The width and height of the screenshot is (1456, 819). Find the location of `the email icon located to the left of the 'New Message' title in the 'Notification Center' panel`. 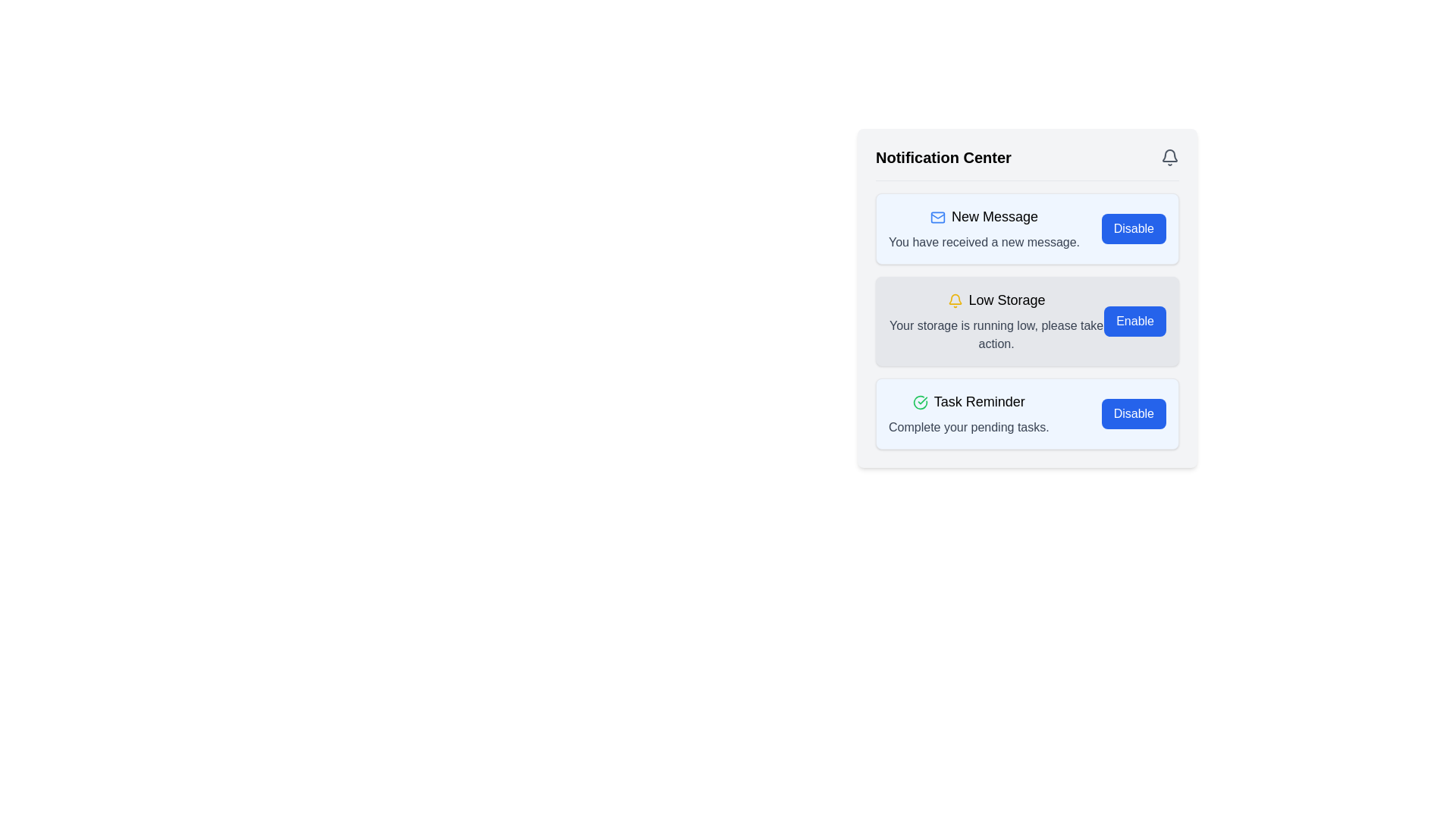

the email icon located to the left of the 'New Message' title in the 'Notification Center' panel is located at coordinates (937, 218).